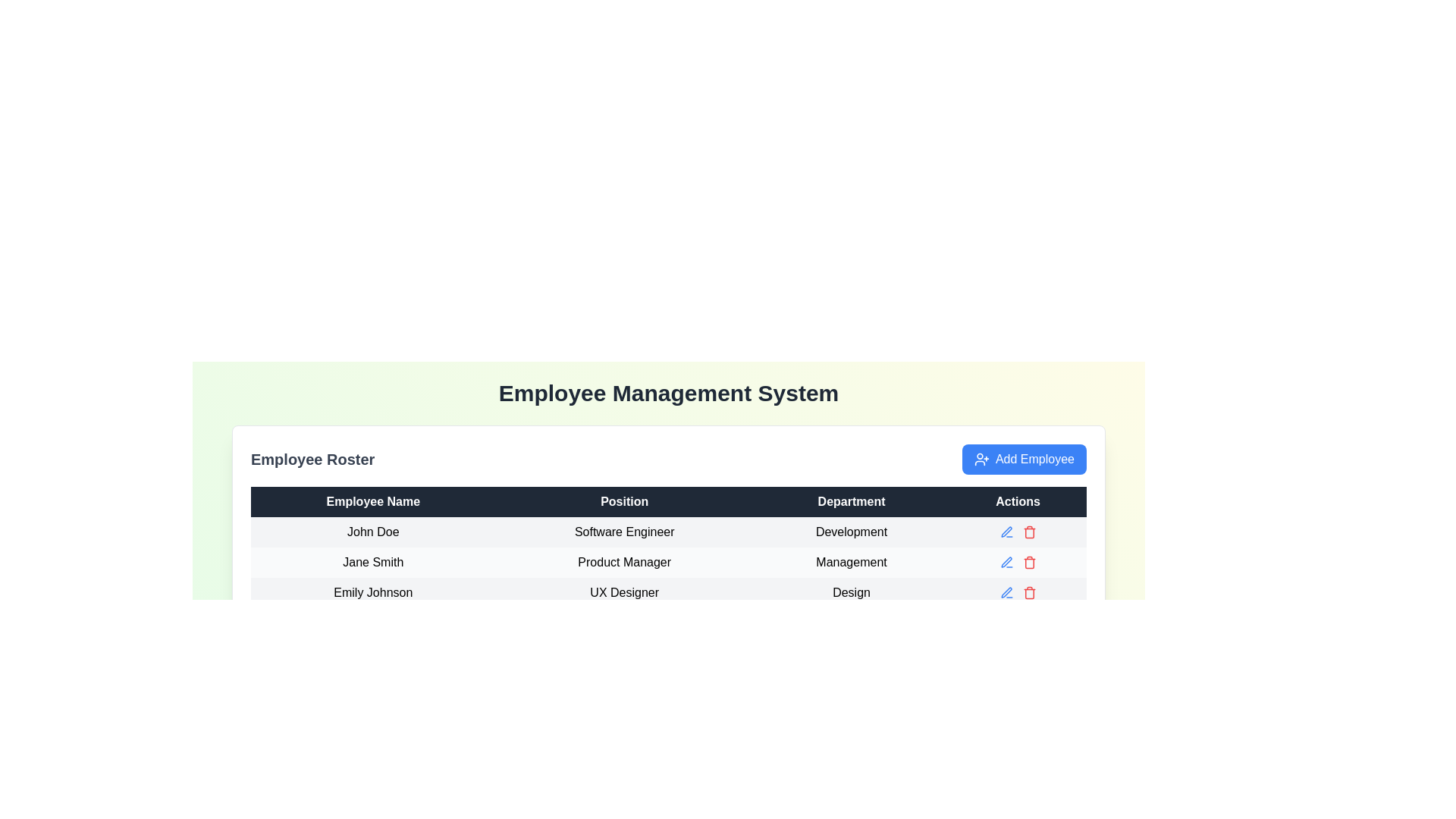 Image resolution: width=1456 pixels, height=819 pixels. I want to click on the 'Add Employee' button, which has a blue background and white text, located at the top-right of the 'Employee Roster' section, so click(1024, 458).